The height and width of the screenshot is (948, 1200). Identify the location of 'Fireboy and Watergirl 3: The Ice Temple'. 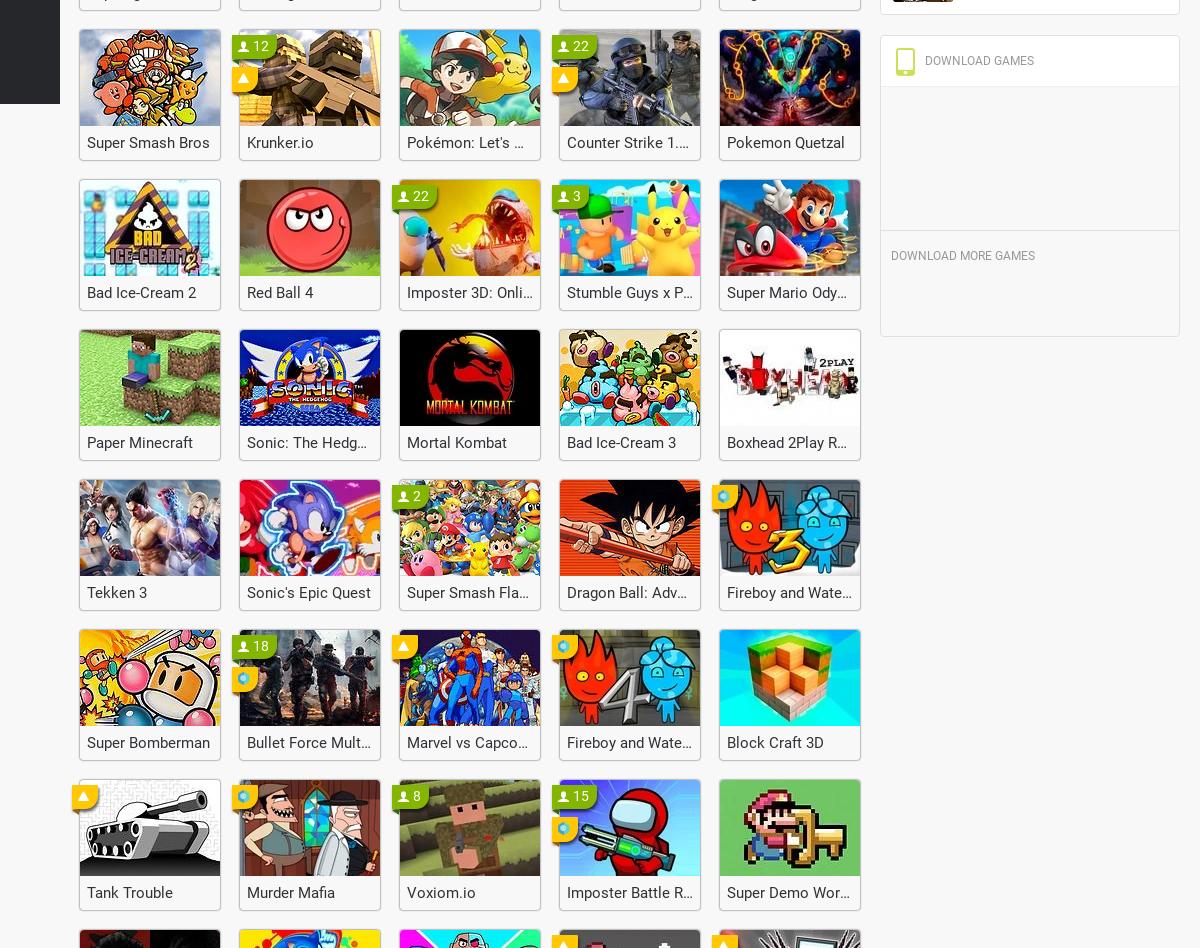
(857, 592).